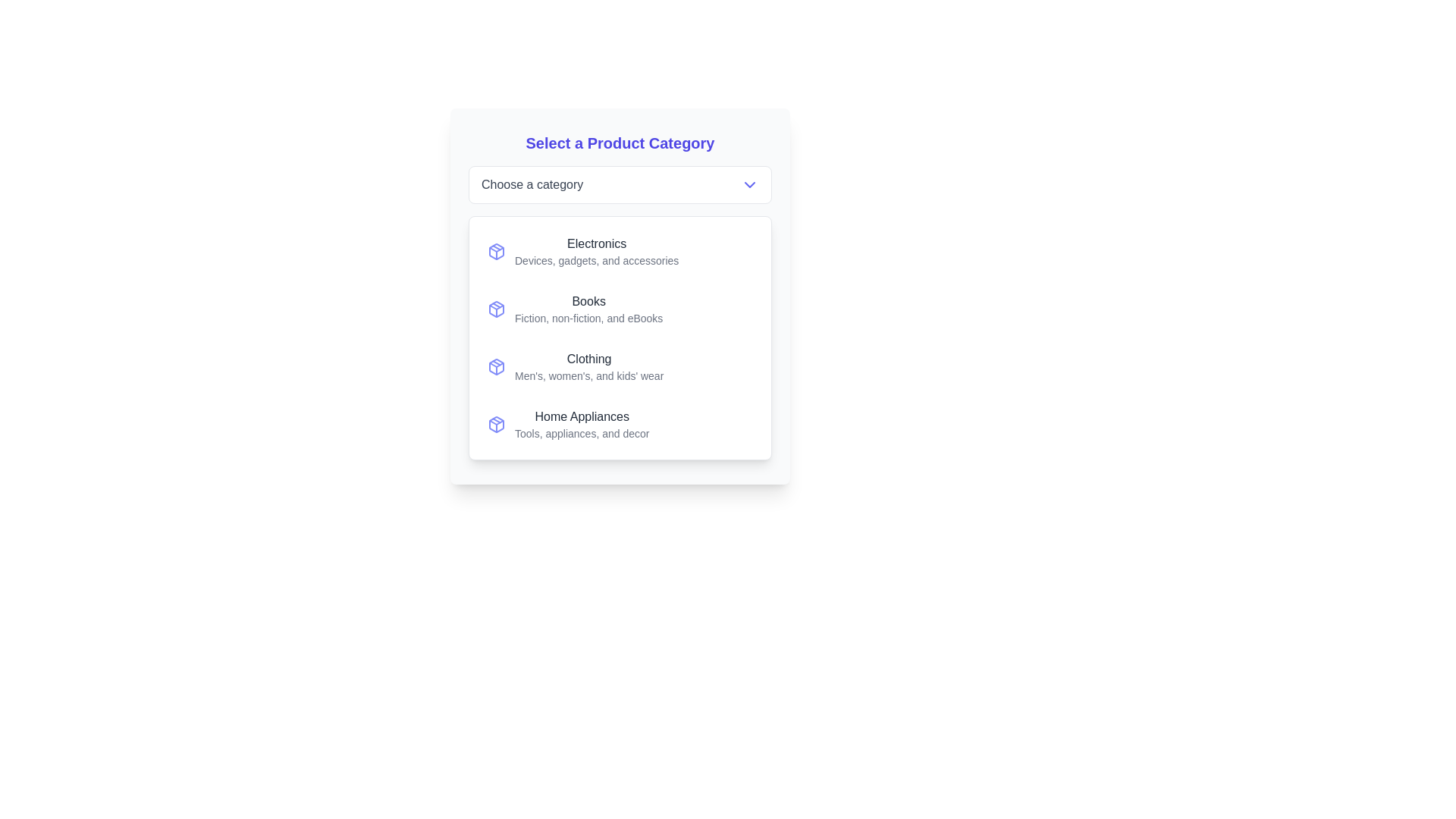  I want to click on the 'Electronics' category icon, which is located in the first row of the product category list, to the left of the text 'Electronics', so click(496, 250).